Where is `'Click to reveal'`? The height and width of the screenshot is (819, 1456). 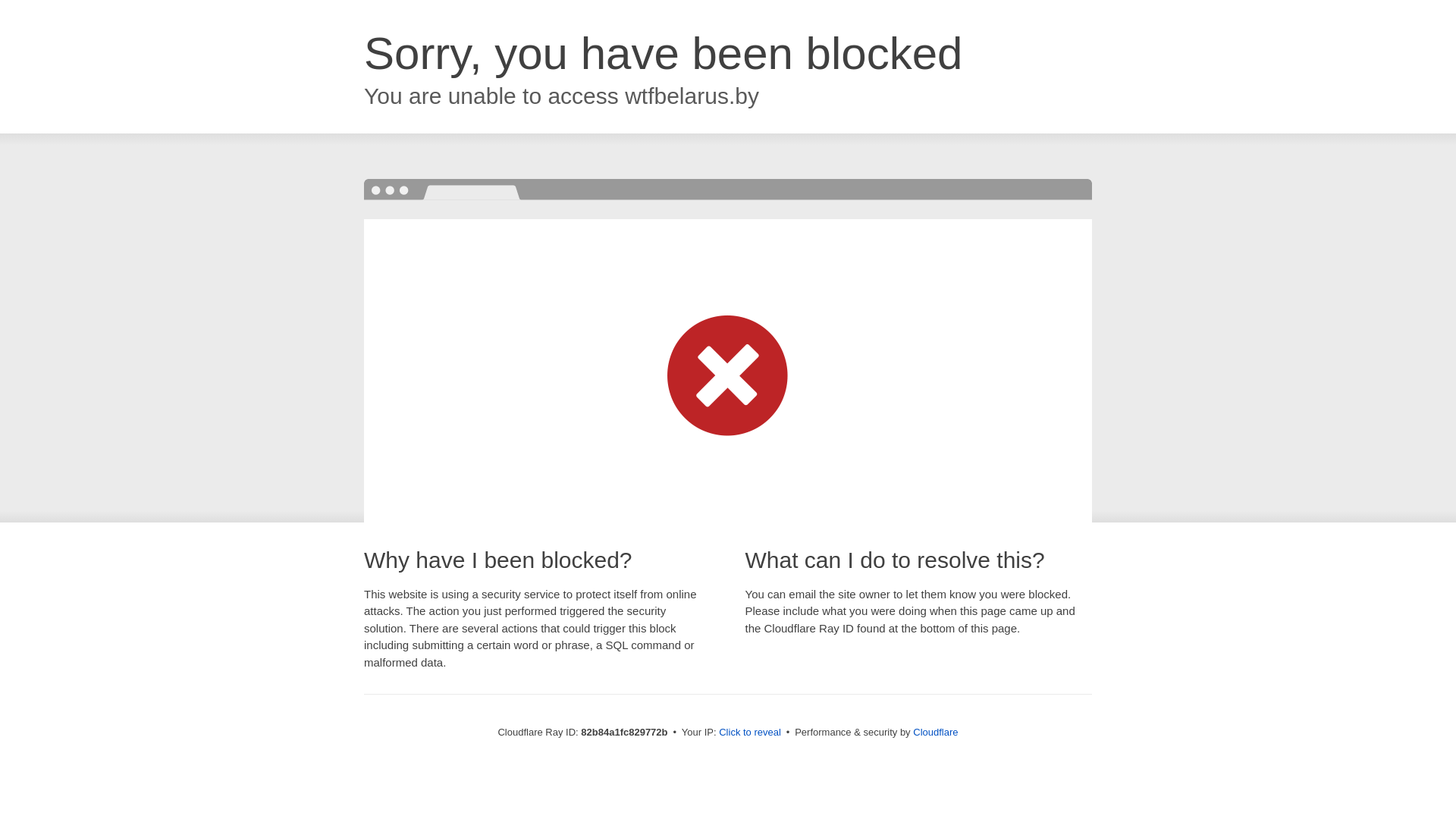
'Click to reveal' is located at coordinates (749, 731).